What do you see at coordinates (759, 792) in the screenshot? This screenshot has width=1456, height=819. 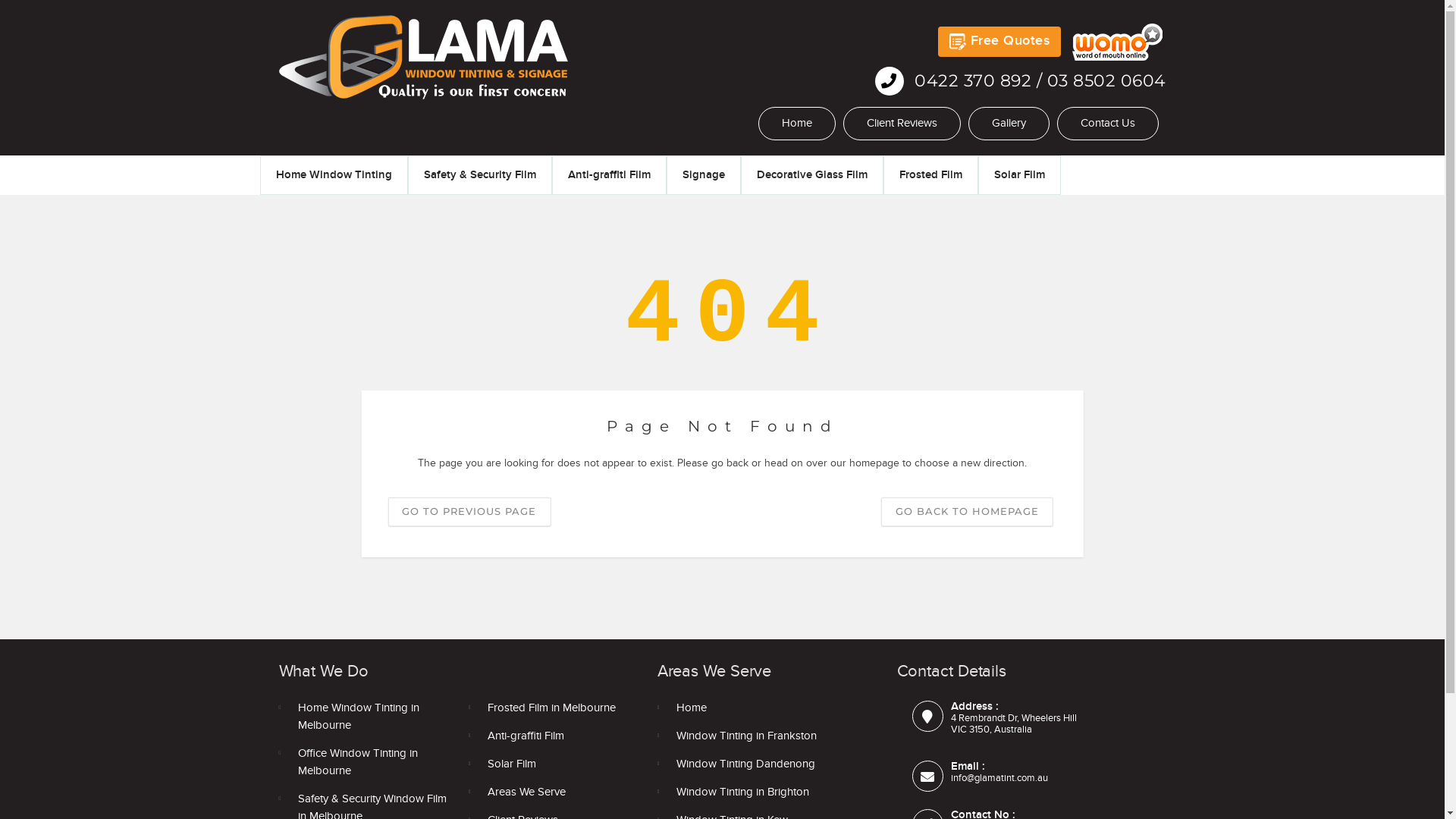 I see `'Window Tinting in Brighton'` at bounding box center [759, 792].